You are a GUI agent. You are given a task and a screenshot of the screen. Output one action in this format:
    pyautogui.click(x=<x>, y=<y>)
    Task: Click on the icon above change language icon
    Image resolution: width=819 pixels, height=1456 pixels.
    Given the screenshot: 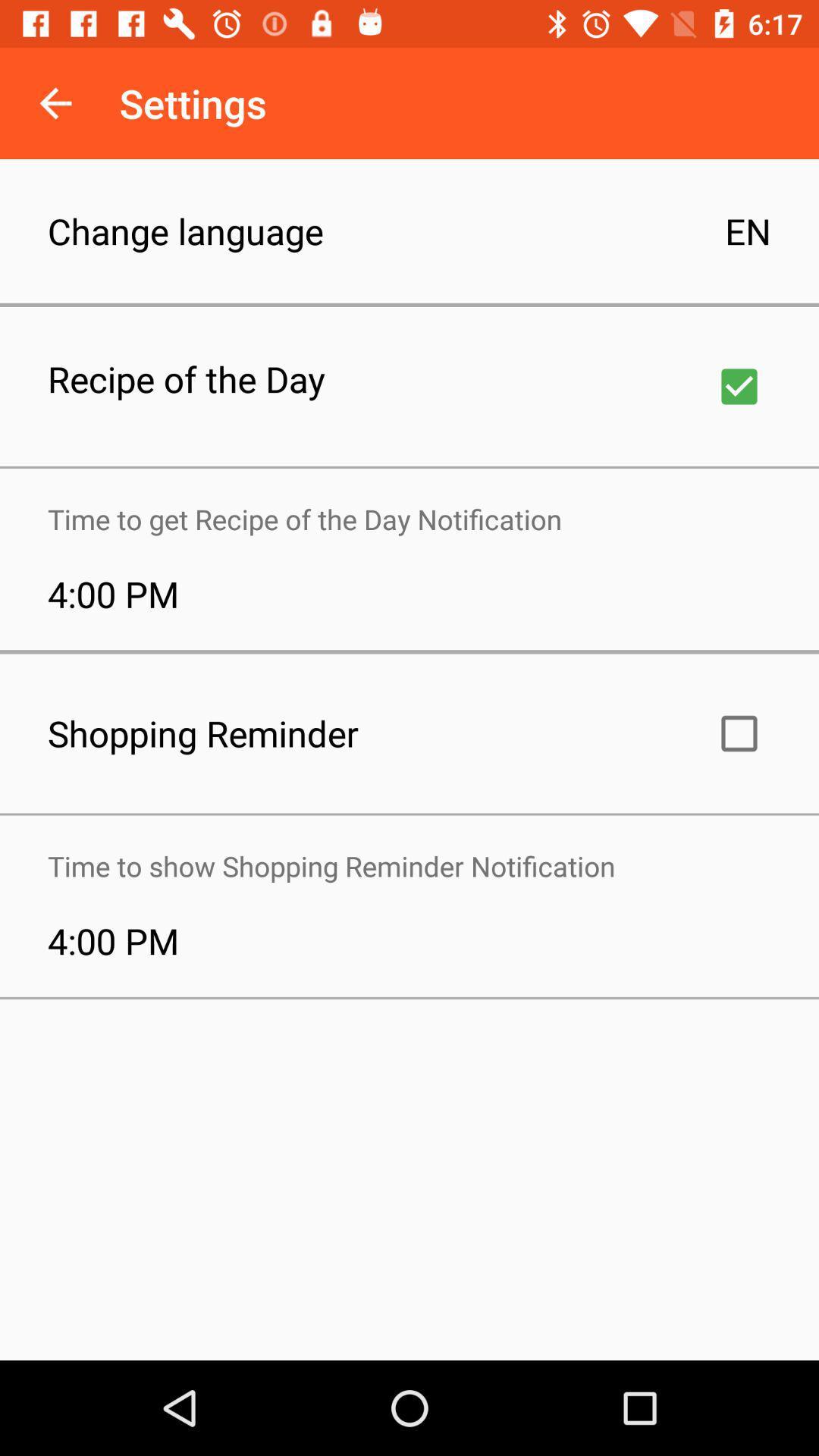 What is the action you would take?
    pyautogui.click(x=55, y=102)
    